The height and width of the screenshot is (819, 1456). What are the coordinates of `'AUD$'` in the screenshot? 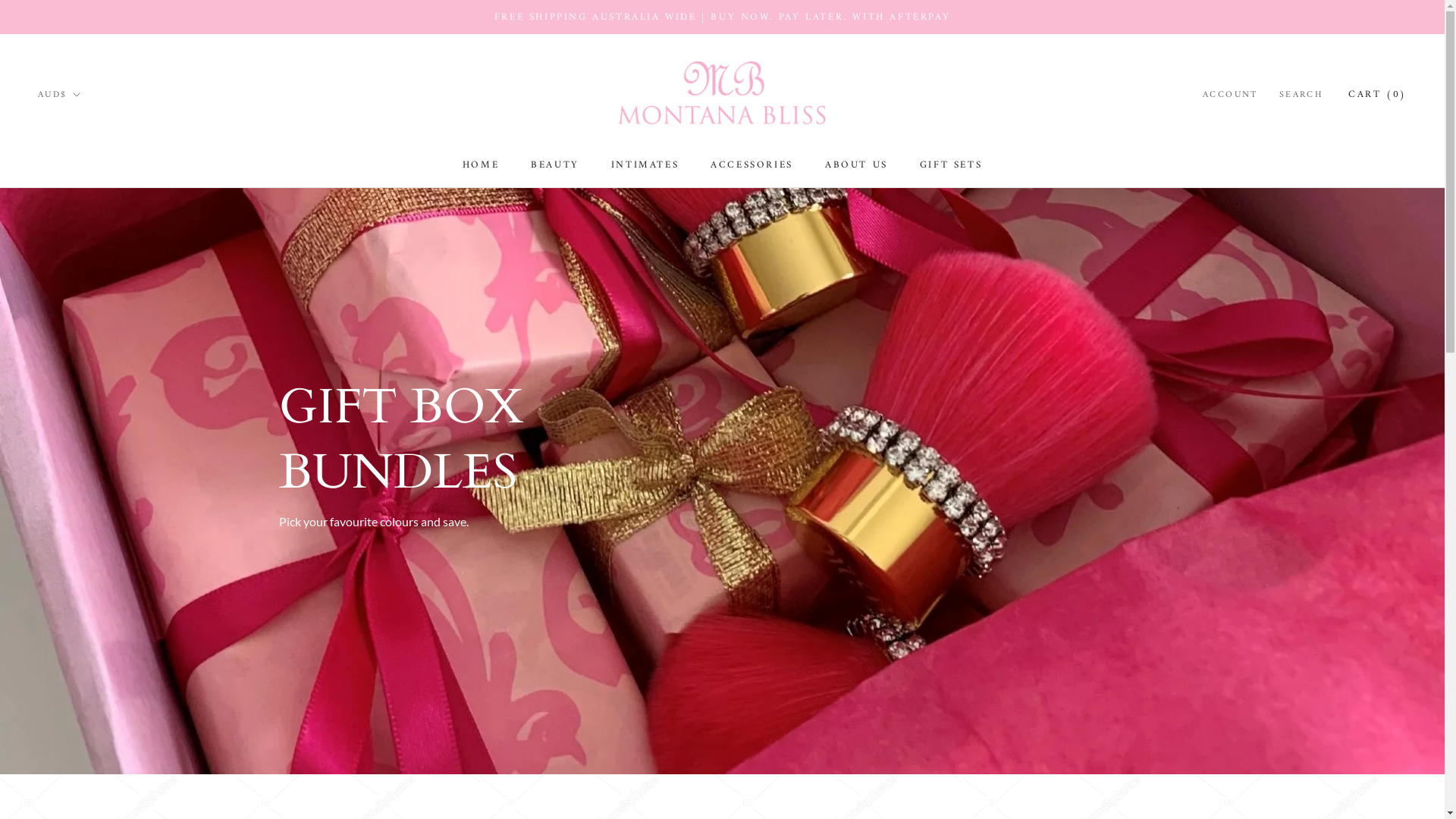 It's located at (59, 96).